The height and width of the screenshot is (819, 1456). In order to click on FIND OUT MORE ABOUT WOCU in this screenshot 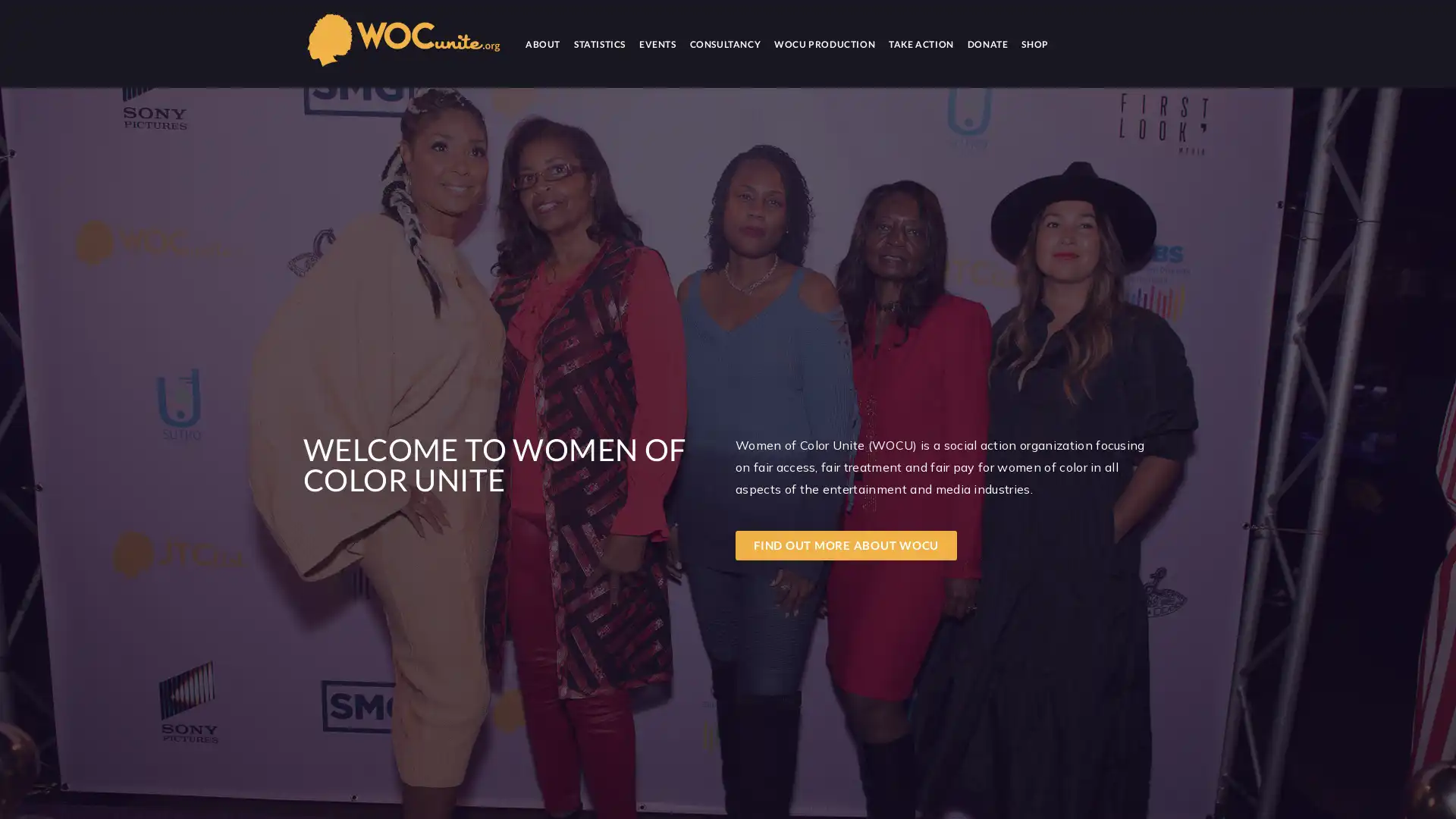, I will do `click(846, 544)`.